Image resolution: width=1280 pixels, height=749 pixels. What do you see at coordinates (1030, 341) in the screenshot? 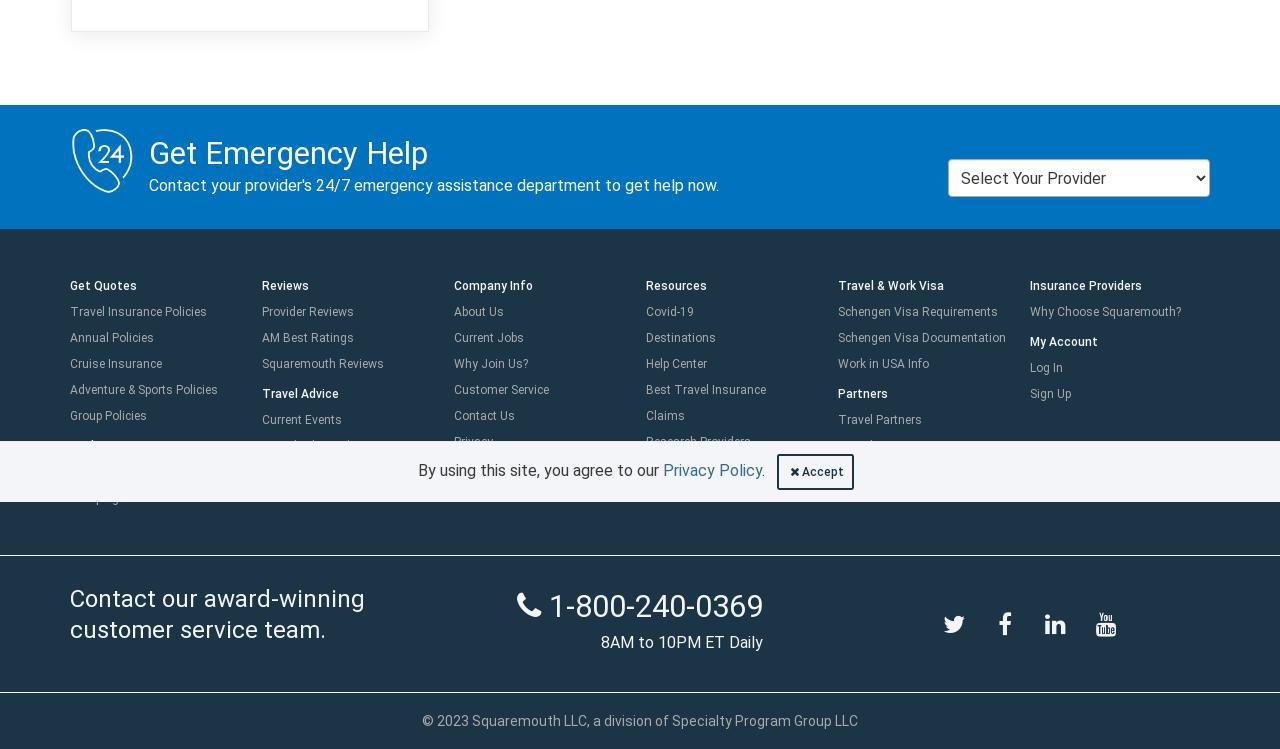
I see `'My Account'` at bounding box center [1030, 341].